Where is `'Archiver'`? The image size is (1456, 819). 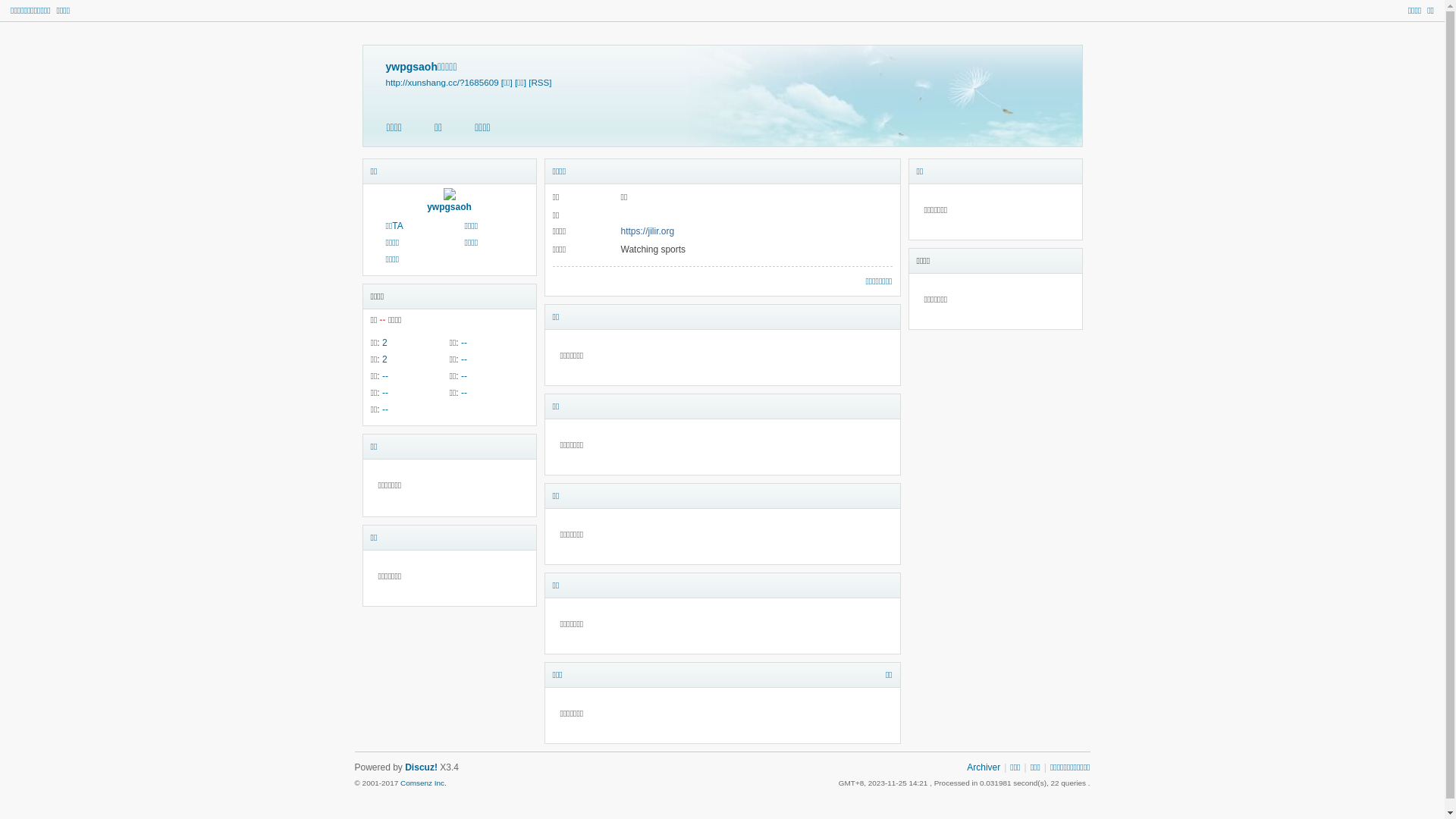
'Archiver' is located at coordinates (983, 767).